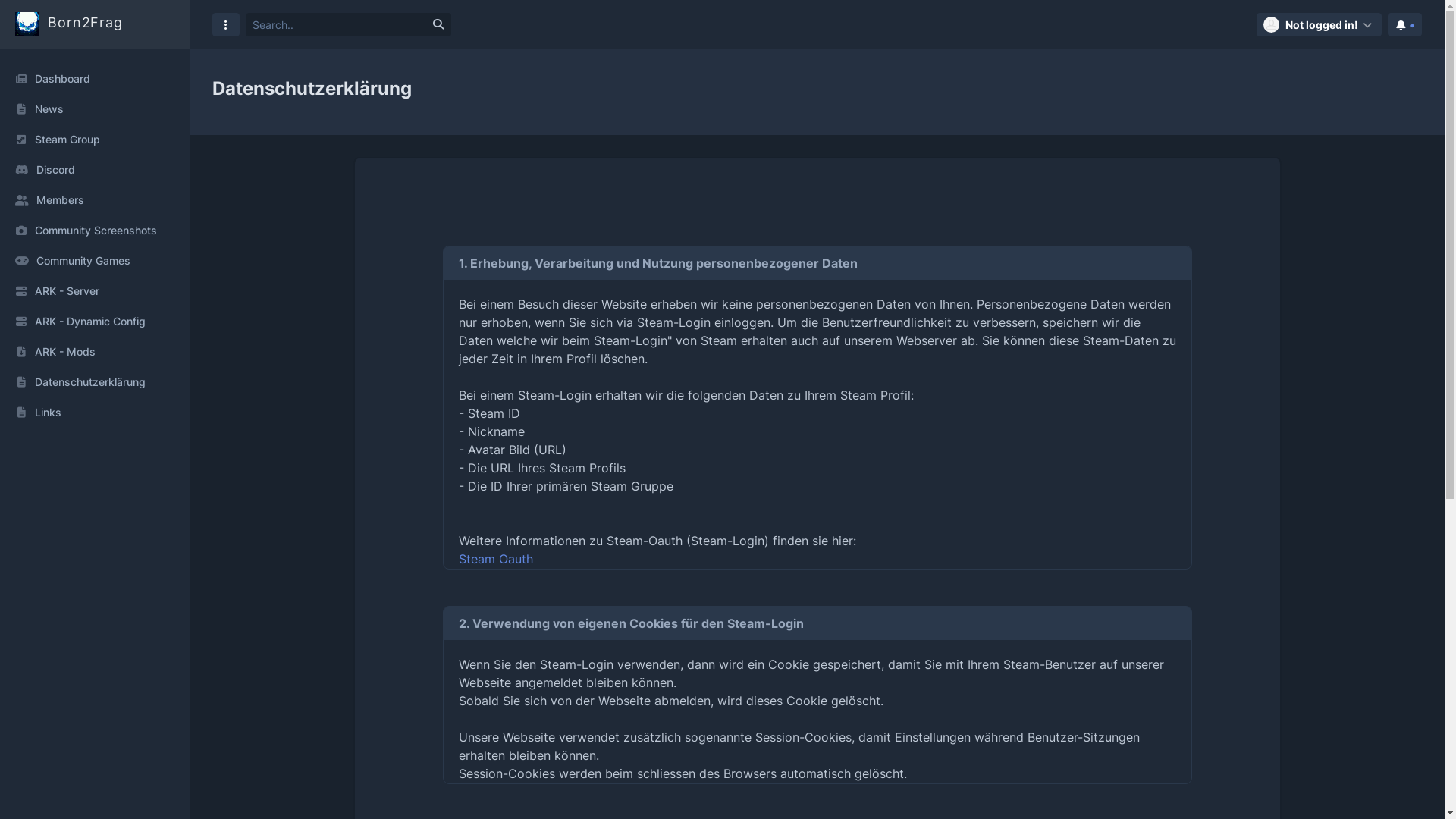  I want to click on 'Steam Group', so click(93, 140).